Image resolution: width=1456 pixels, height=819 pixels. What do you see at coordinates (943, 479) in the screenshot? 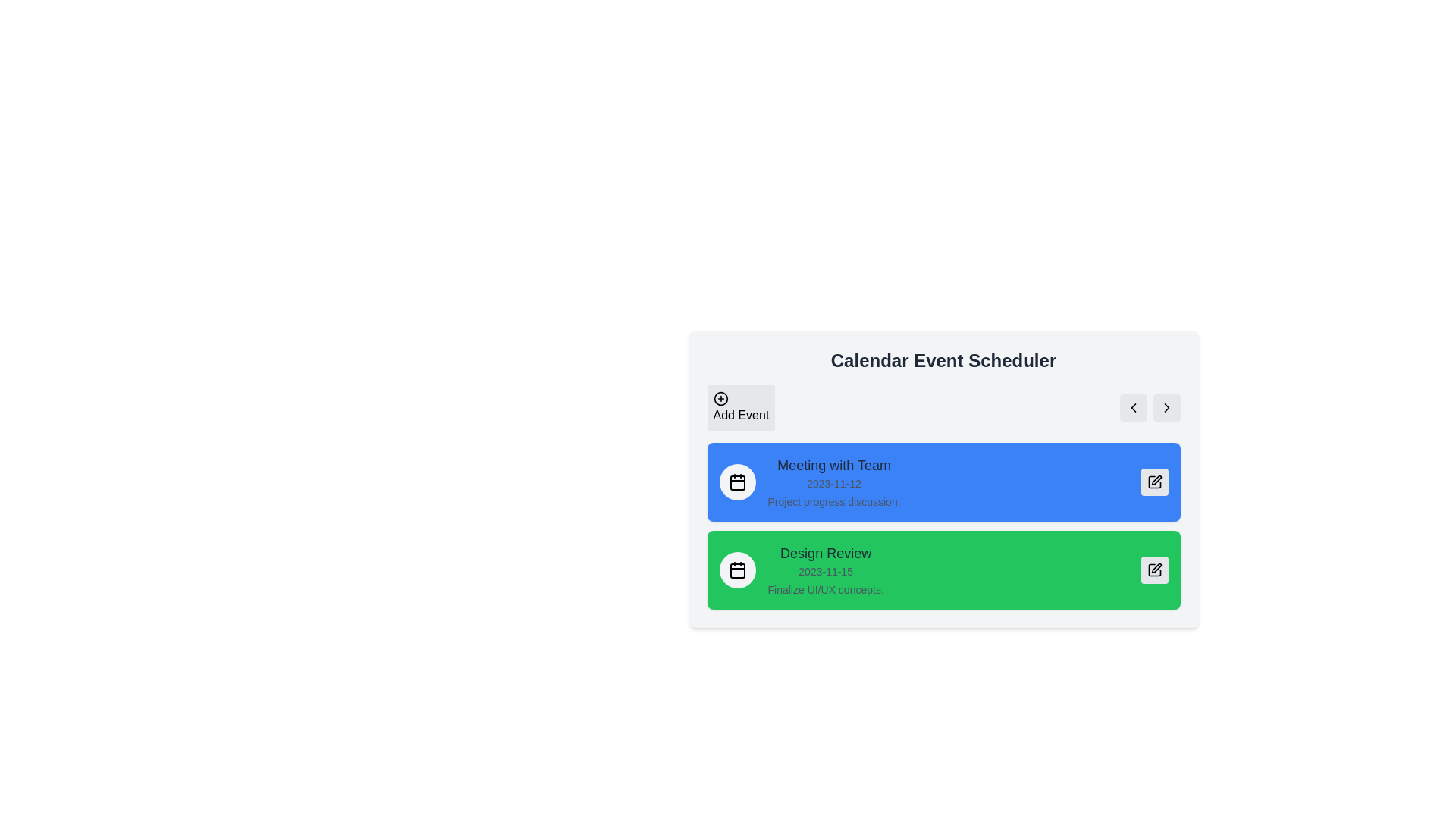
I see `the first Event card in the Calendar Event Scheduler` at bounding box center [943, 479].